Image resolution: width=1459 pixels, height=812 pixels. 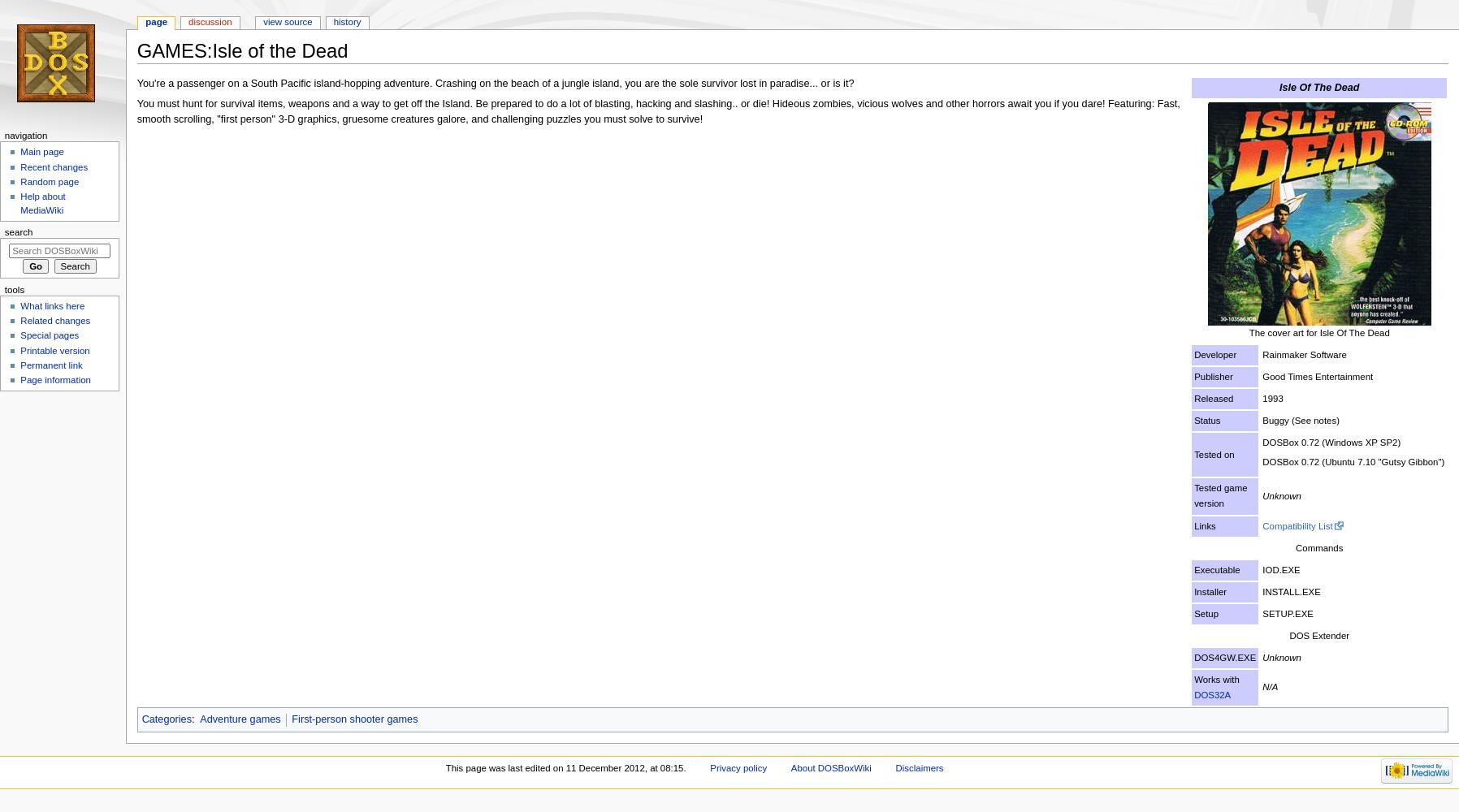 I want to click on 'DOSBox 0.72 (Ubuntu 7.10 "Gutsy Gibbon")', so click(x=1353, y=460).